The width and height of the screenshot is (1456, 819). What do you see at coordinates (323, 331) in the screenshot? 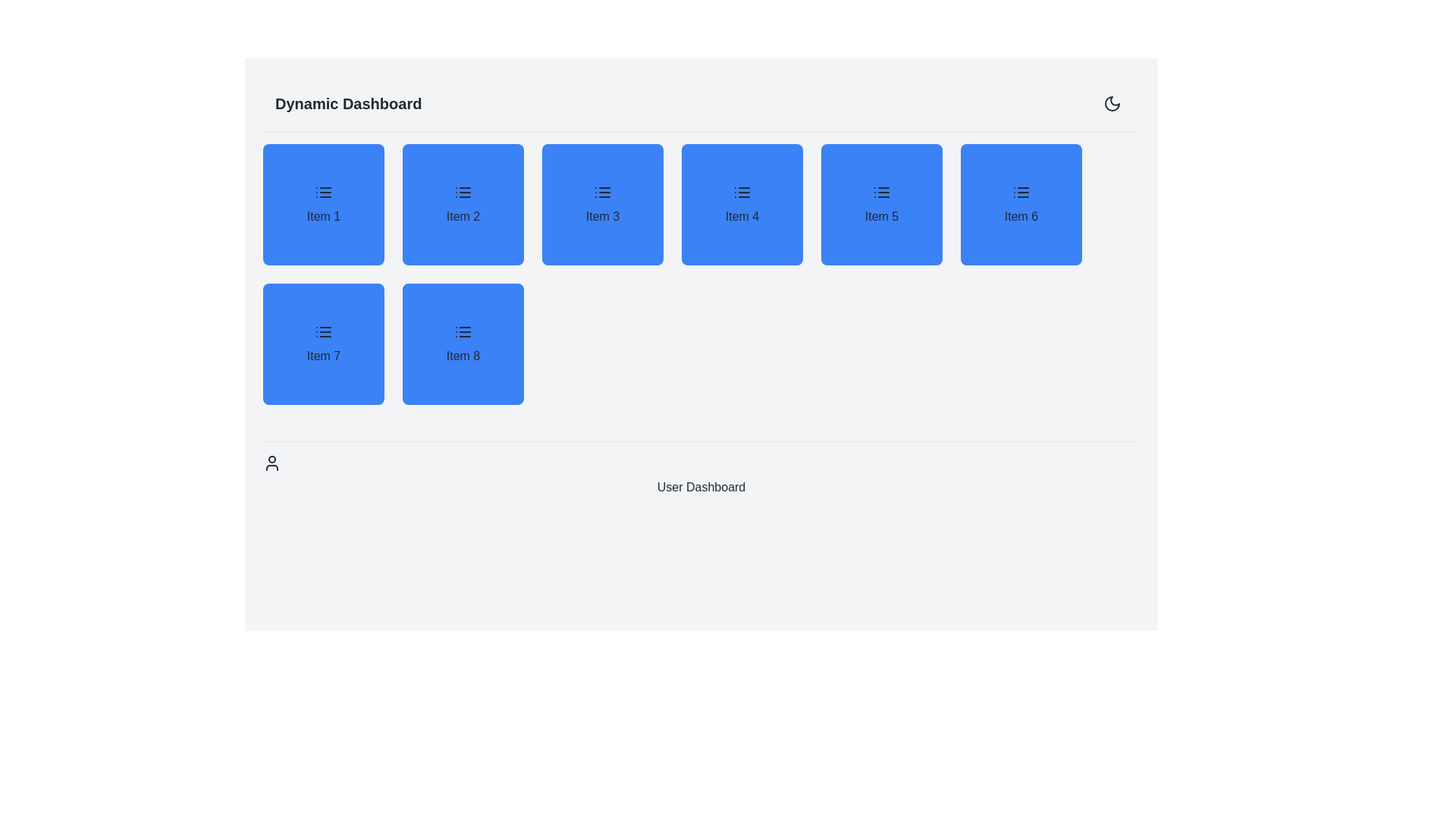
I see `the small bulleted list icon located in the blue tile labeled 'Item 7' at the bottom-left part of the dashboard` at bounding box center [323, 331].